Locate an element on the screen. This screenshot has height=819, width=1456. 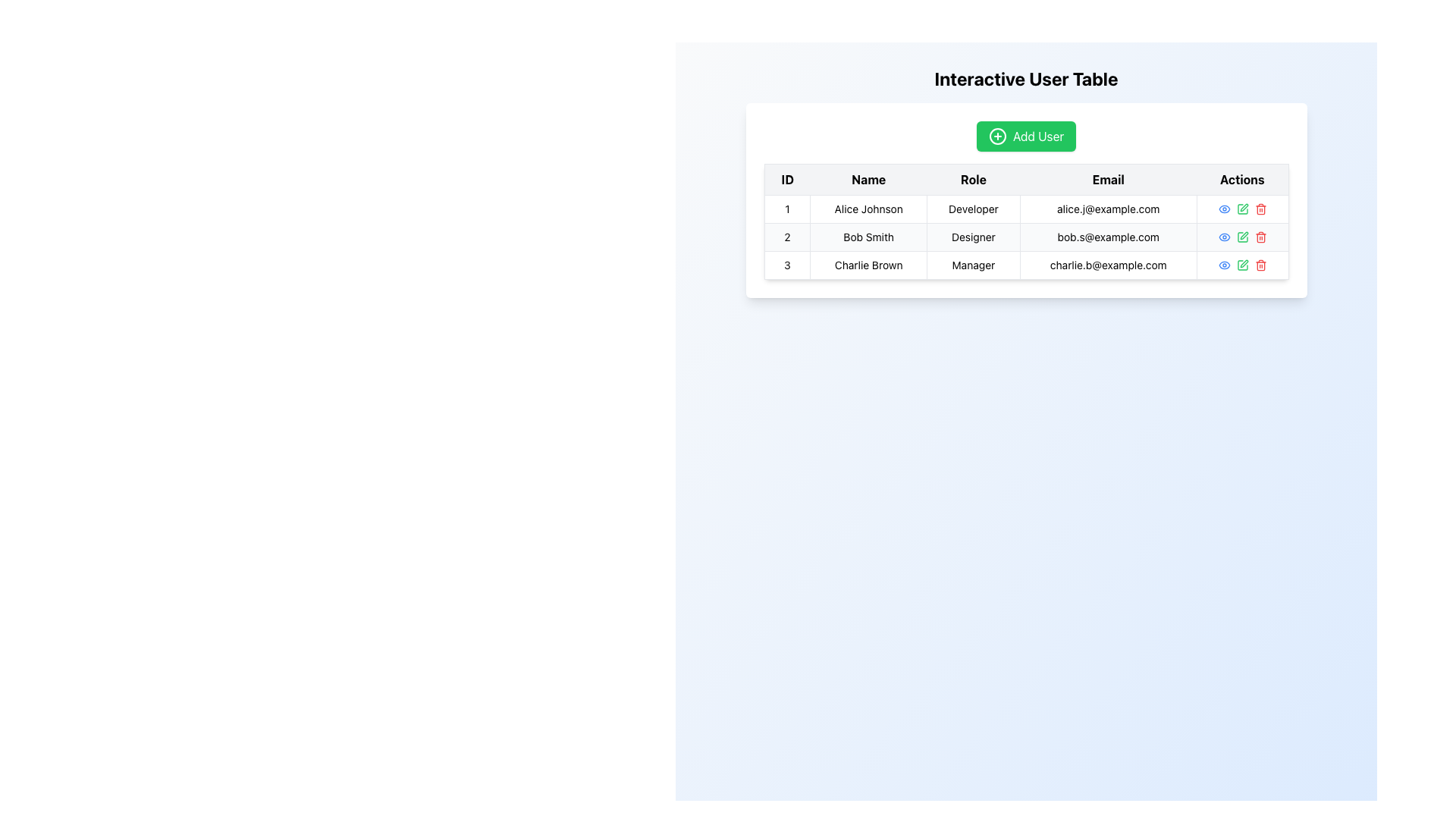
the 'Actions' column header text label, which is located at the top-right corner of the table, adjacent to the 'Email', 'Role', 'Name', and 'ID' headers is located at coordinates (1242, 178).